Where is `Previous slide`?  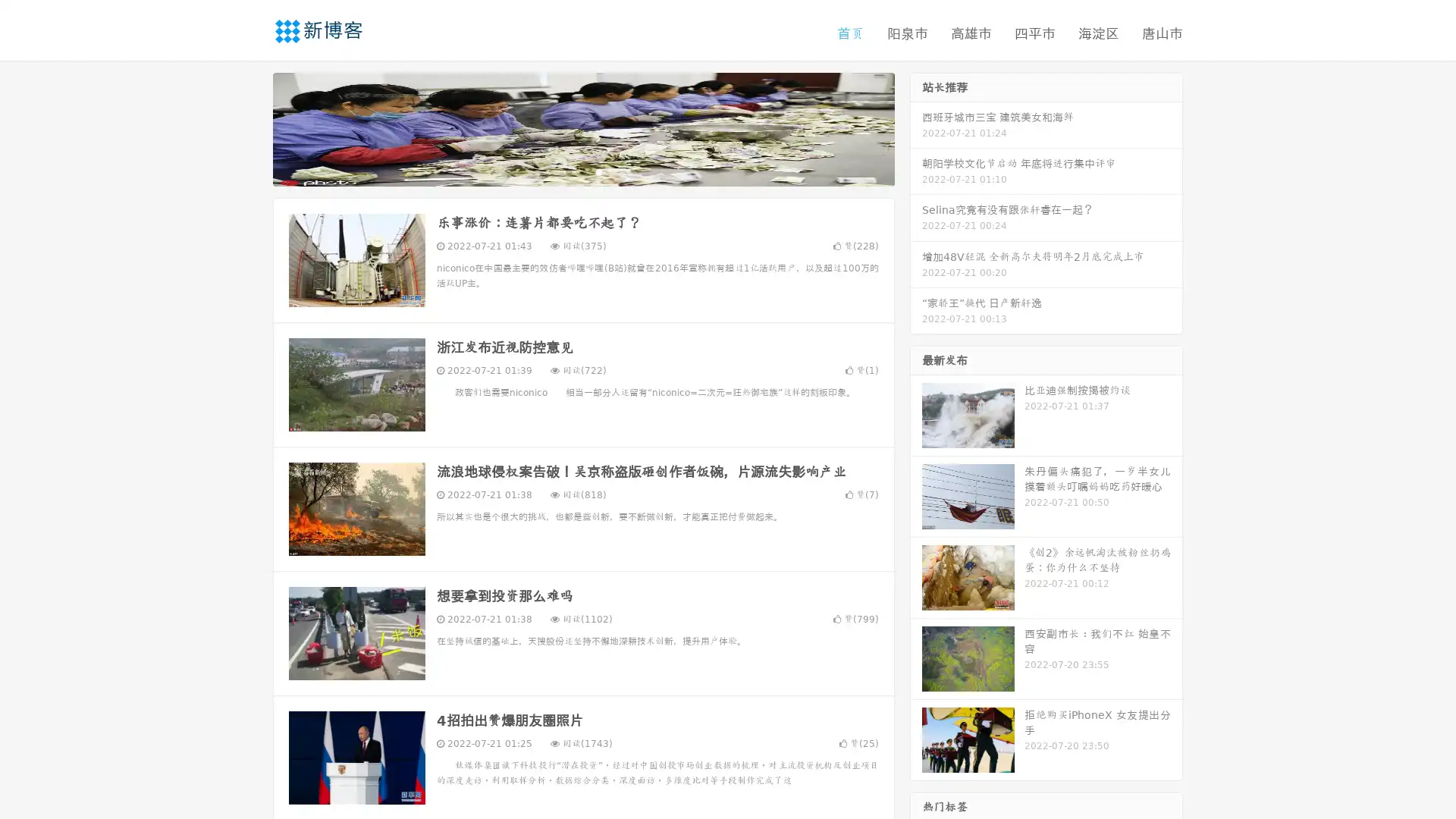
Previous slide is located at coordinates (250, 127).